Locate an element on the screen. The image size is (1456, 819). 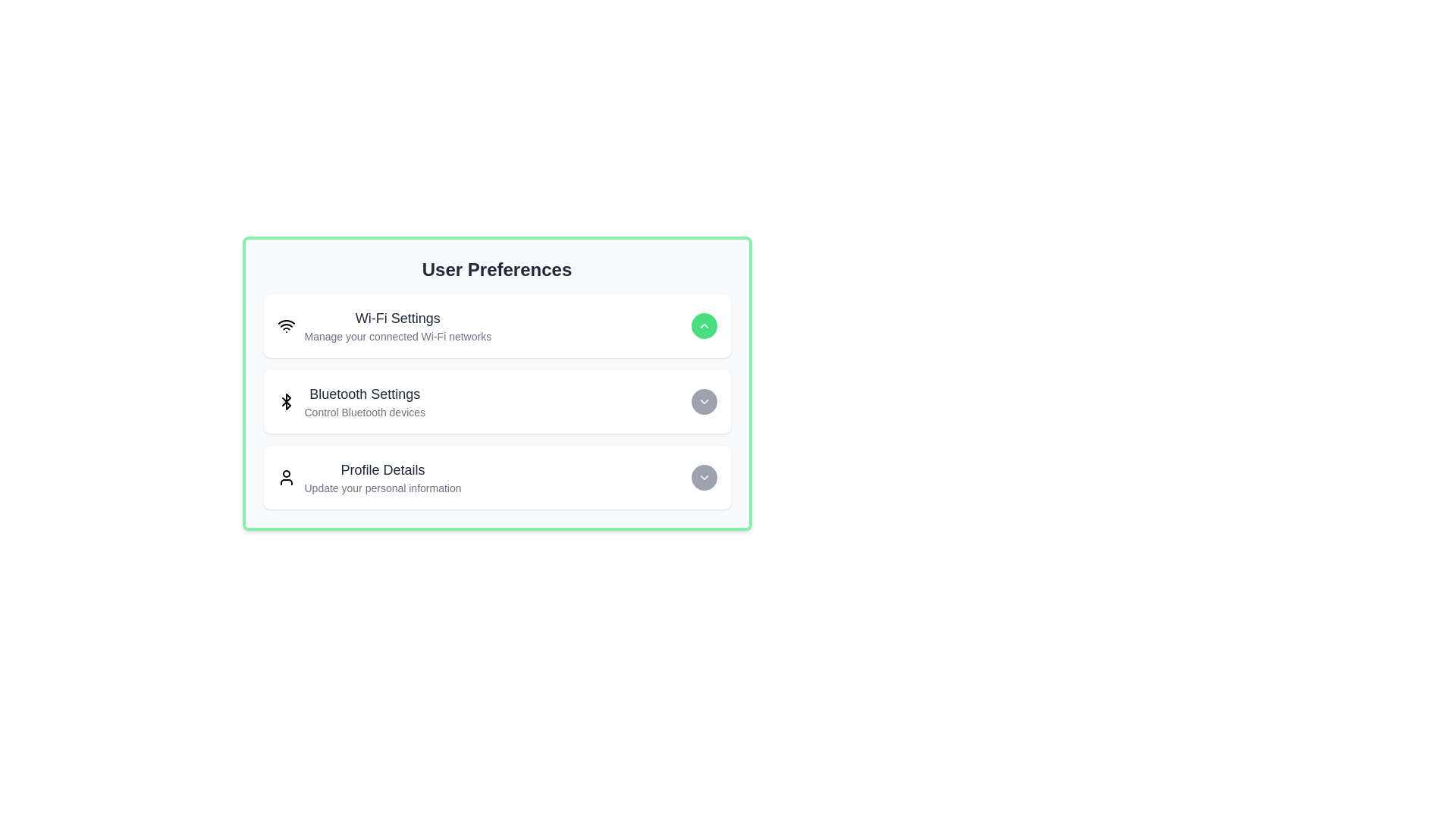
the preference corresponding to Profile Details is located at coordinates (703, 476).